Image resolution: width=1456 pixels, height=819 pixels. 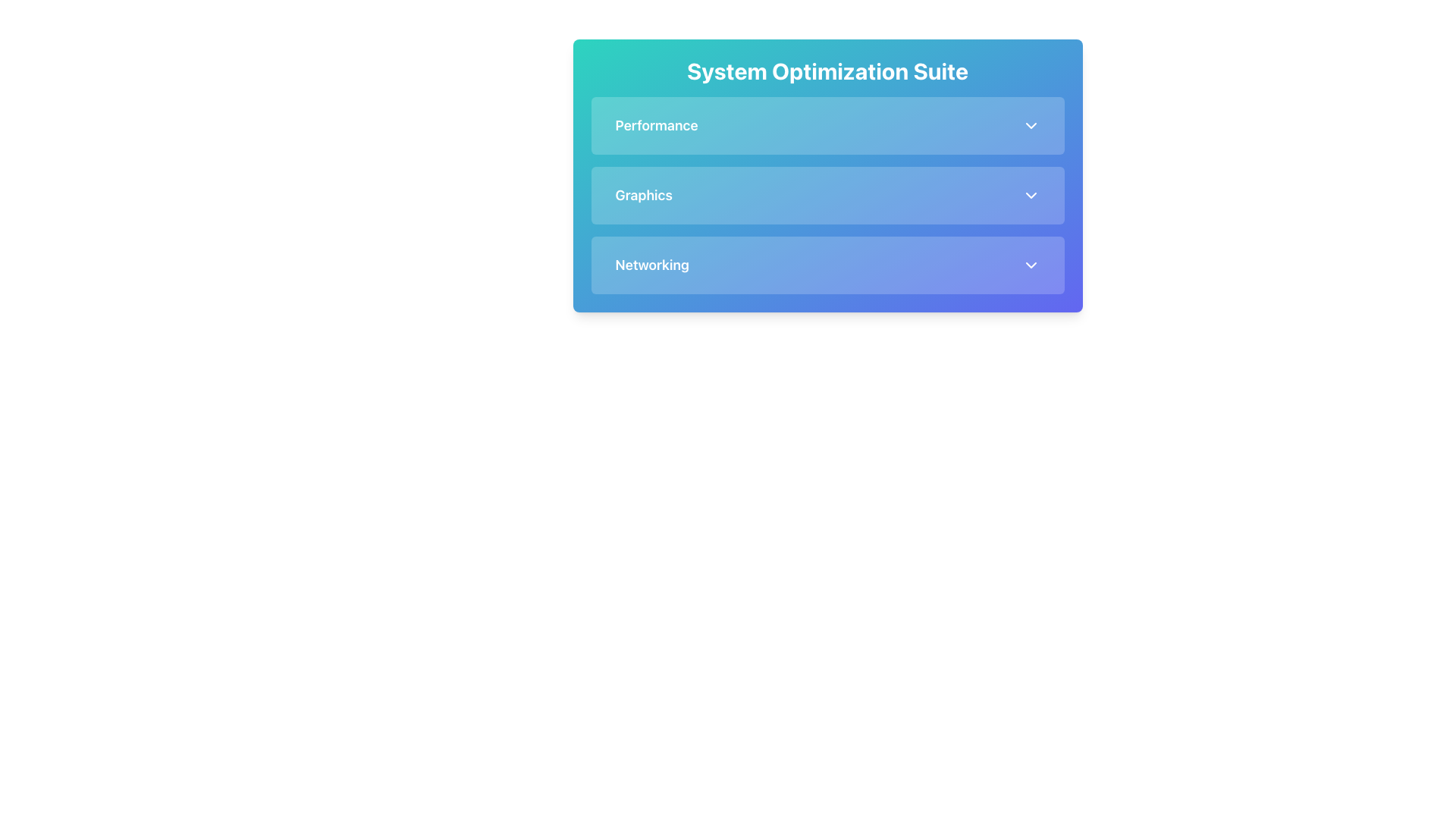 I want to click on the chevron icon located to the far right of the 'Performance' section header, so click(x=1031, y=124).